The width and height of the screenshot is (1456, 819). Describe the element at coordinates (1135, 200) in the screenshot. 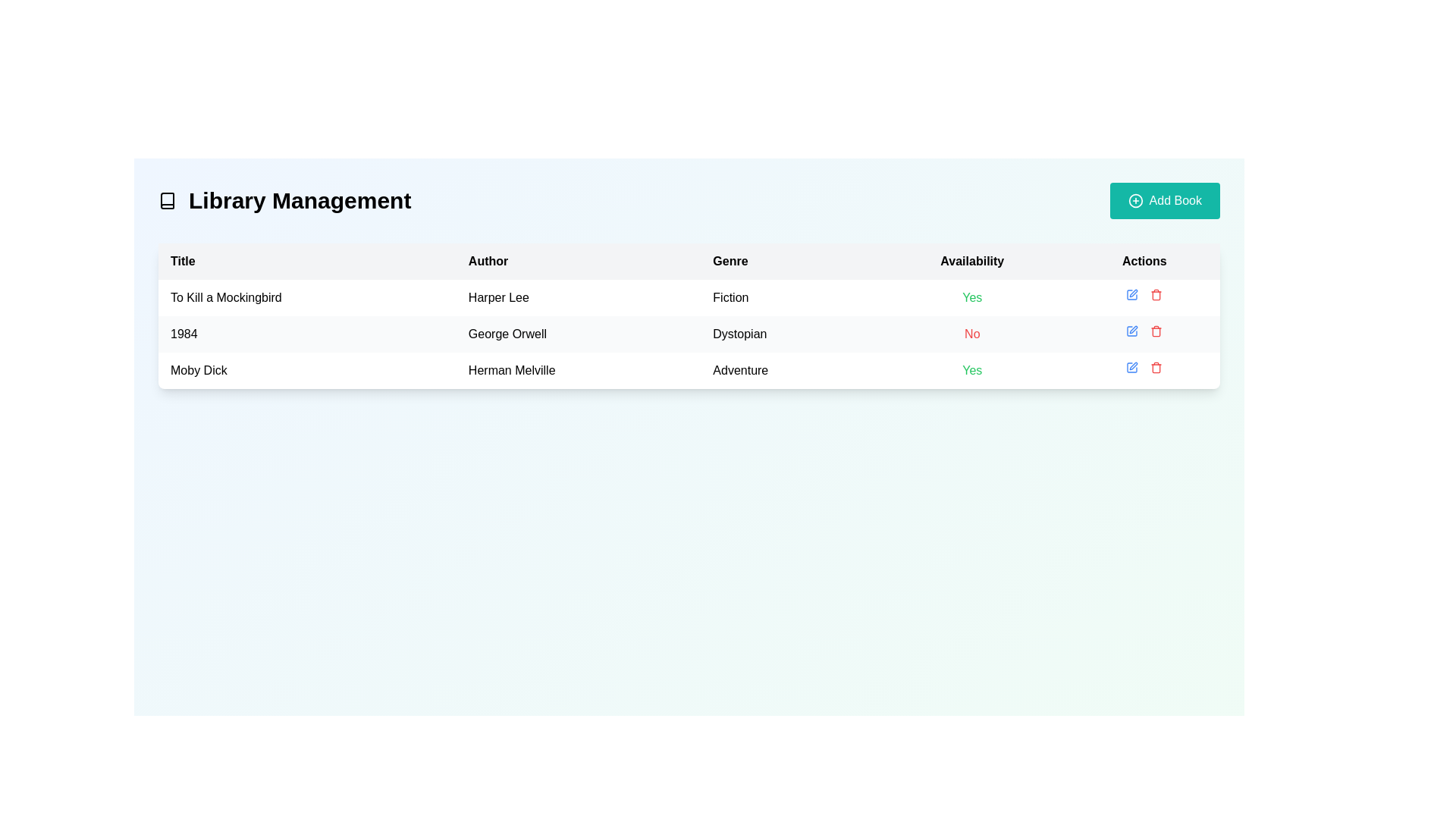

I see `the circular teal-green icon with a '+' symbol inside, located to the left of the 'Add Book' text on the green button near the top-right region of the interface` at that location.